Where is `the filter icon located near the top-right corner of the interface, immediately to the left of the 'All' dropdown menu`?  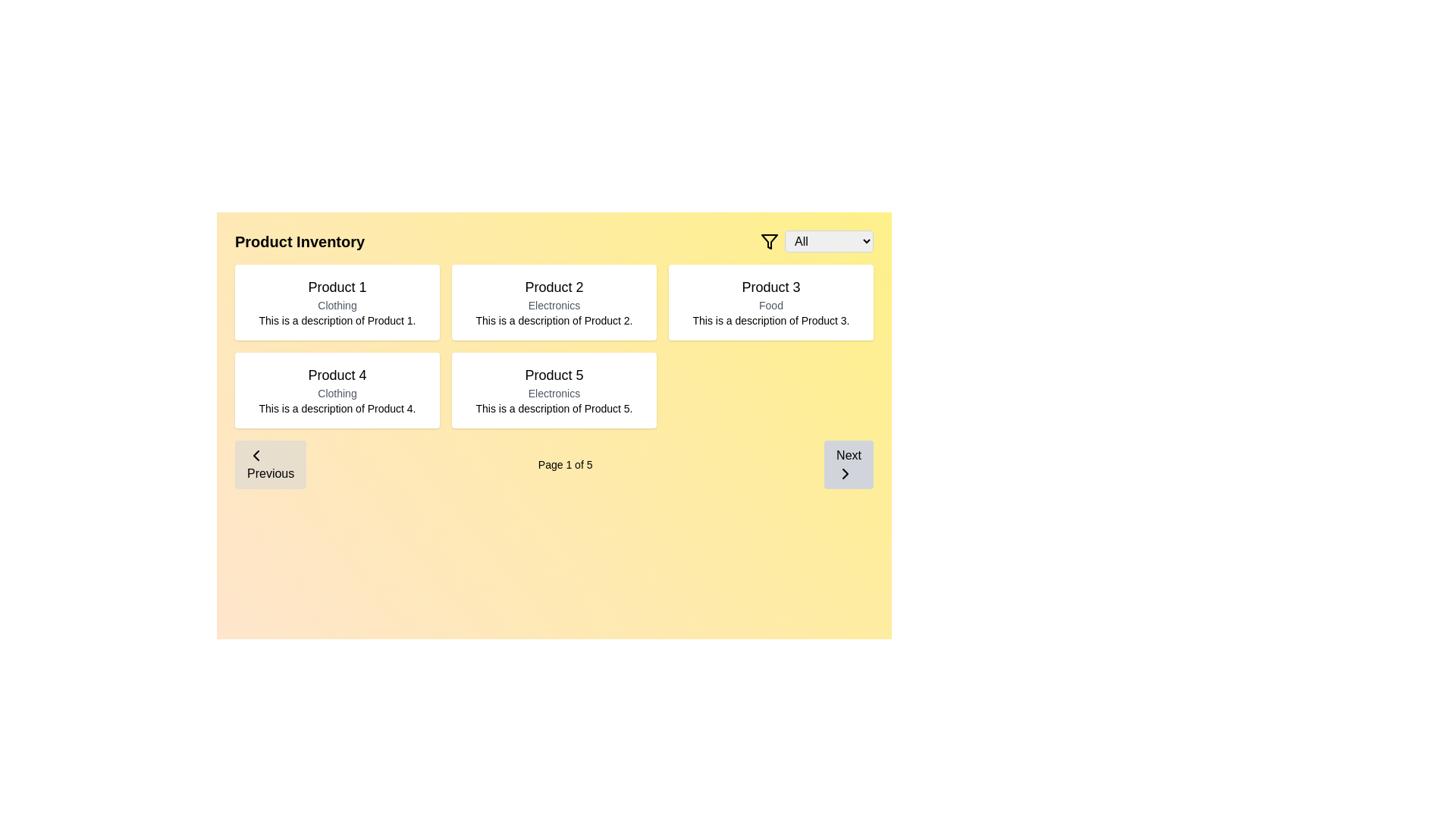
the filter icon located near the top-right corner of the interface, immediately to the left of the 'All' dropdown menu is located at coordinates (769, 240).